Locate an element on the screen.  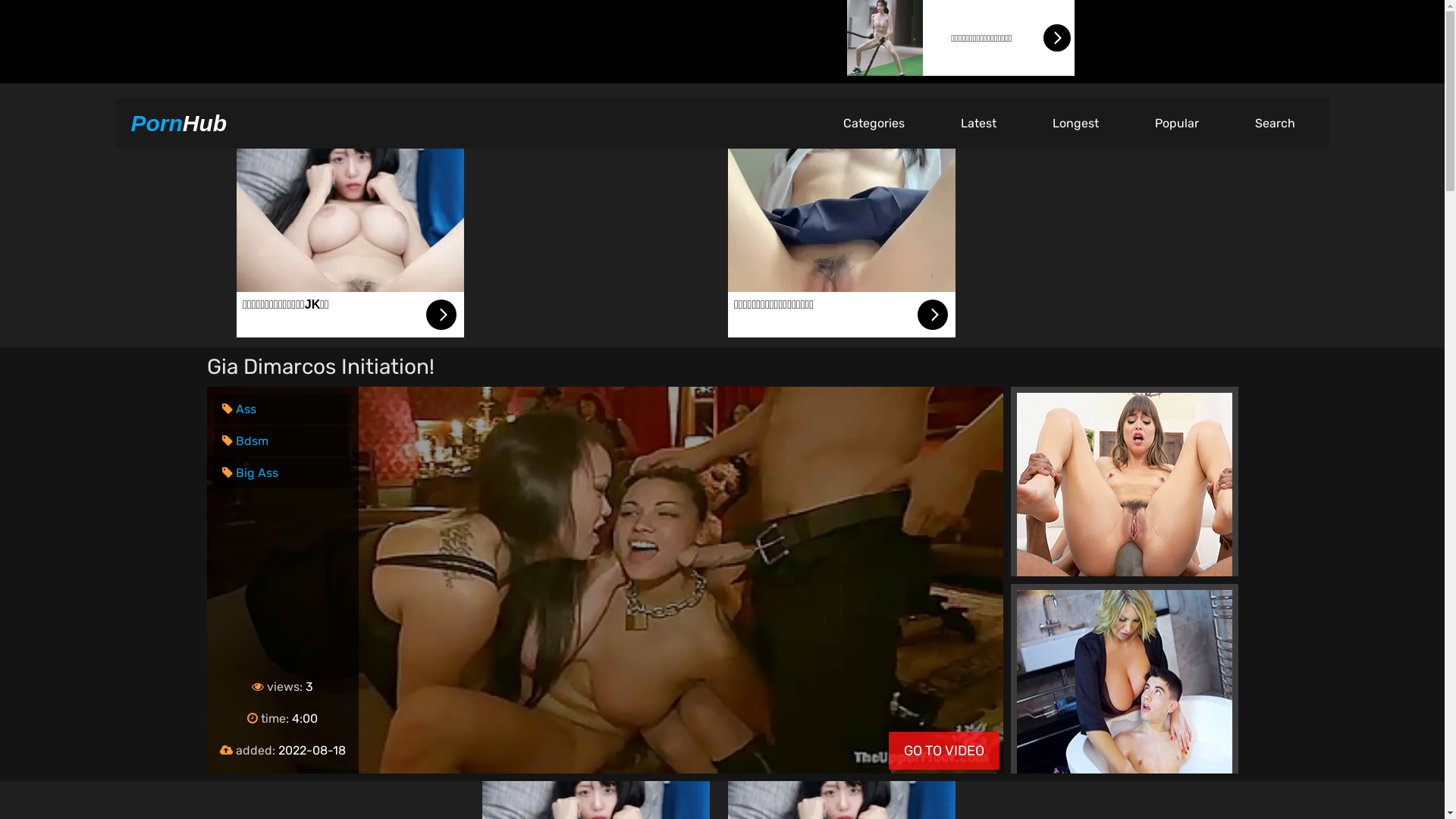
'Popular' is located at coordinates (1175, 122).